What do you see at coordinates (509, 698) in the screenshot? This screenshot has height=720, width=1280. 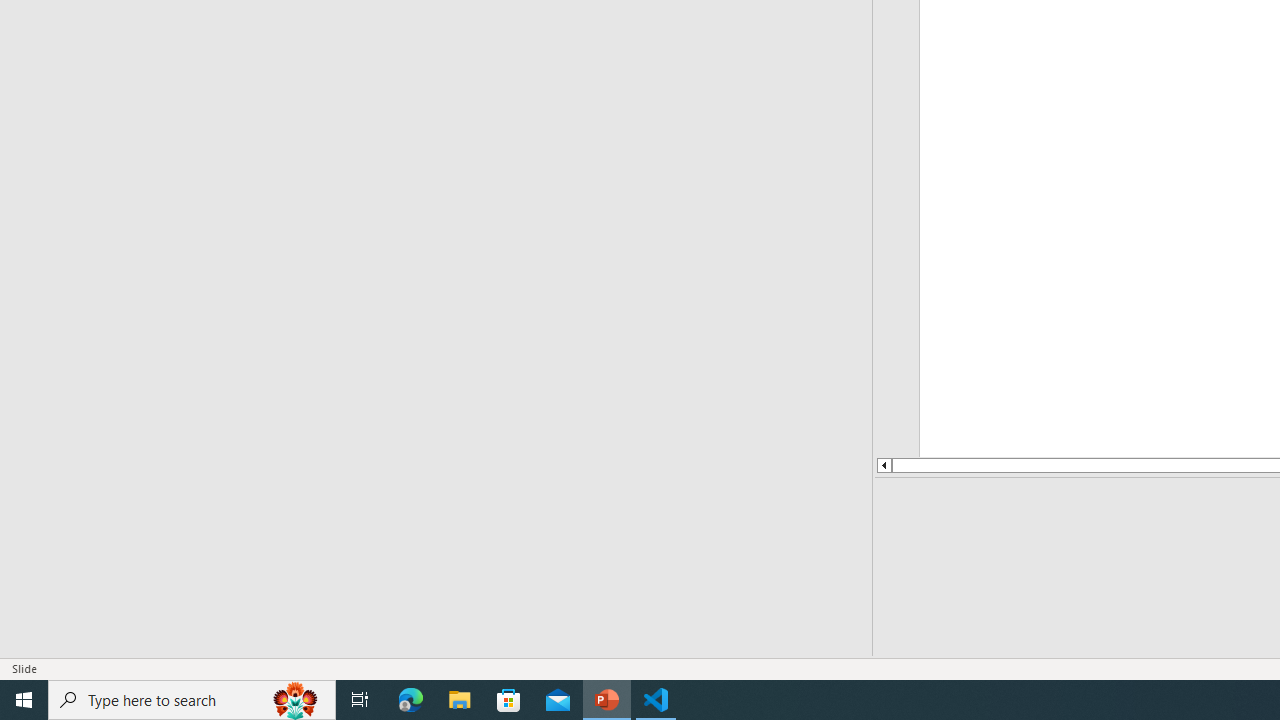 I see `'Microsoft Store'` at bounding box center [509, 698].